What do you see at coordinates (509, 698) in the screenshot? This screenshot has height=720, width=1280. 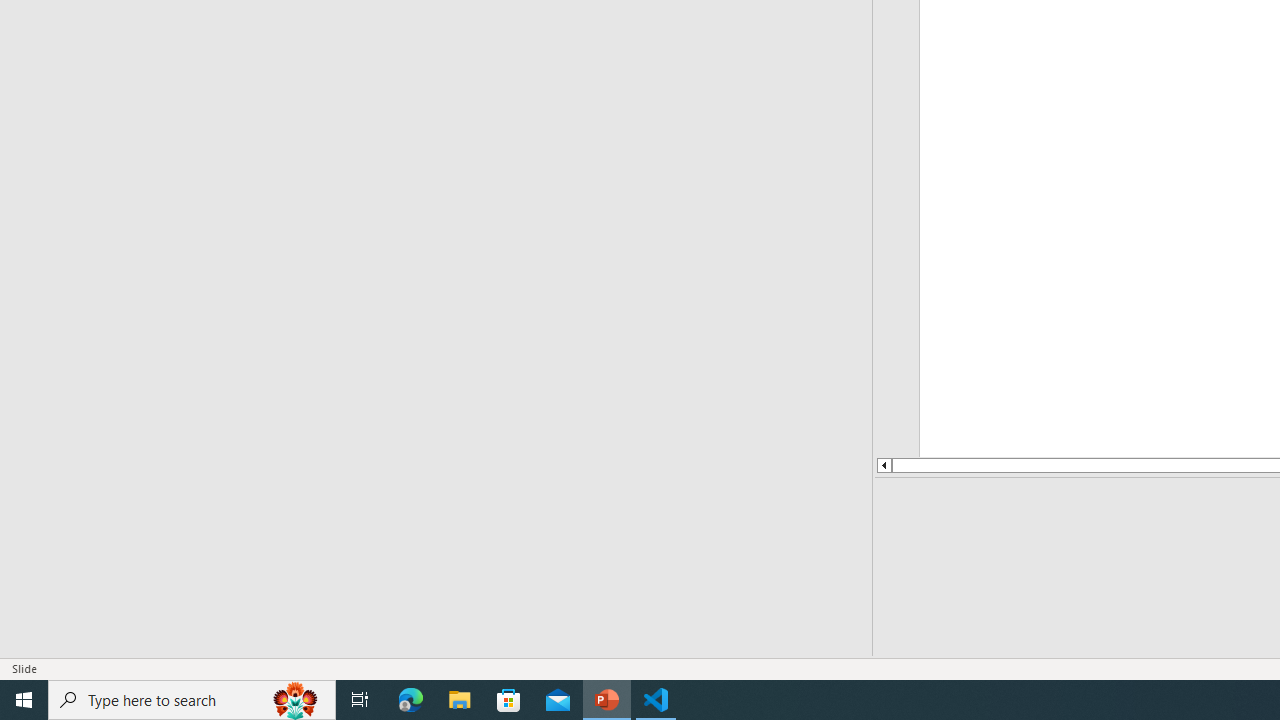 I see `'Microsoft Store'` at bounding box center [509, 698].